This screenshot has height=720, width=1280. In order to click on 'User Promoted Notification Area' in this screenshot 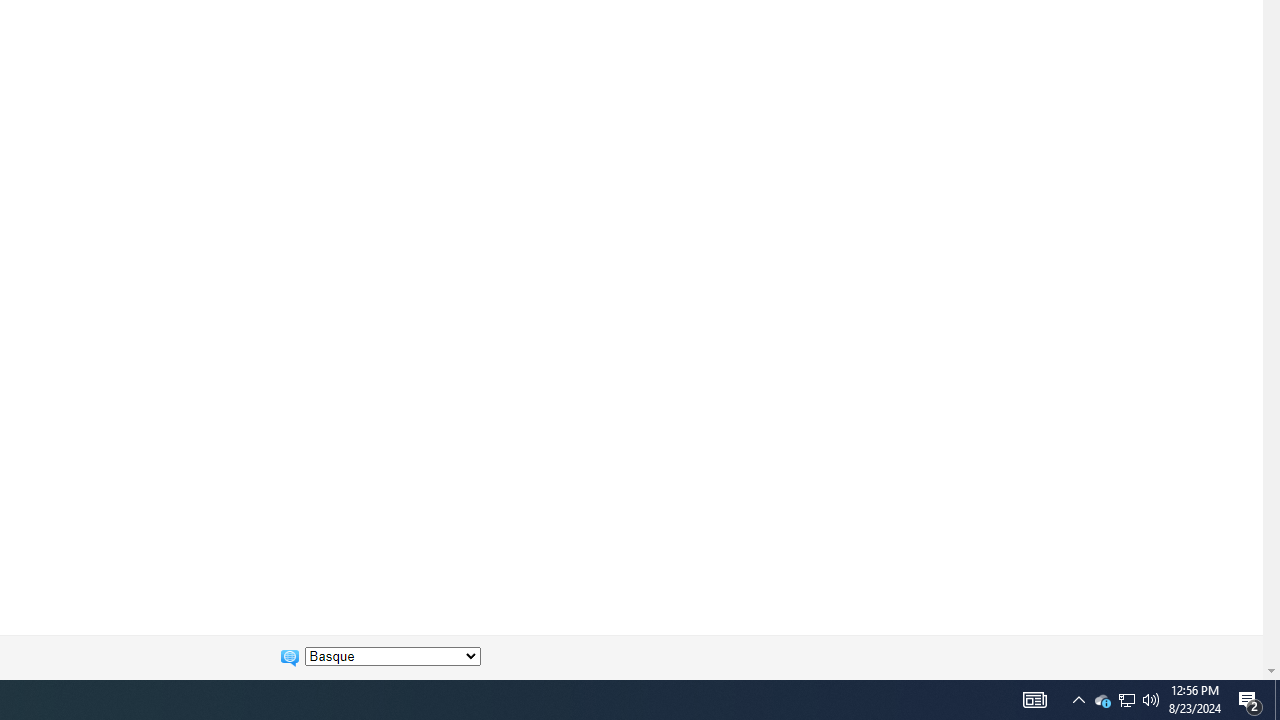, I will do `click(1127, 698)`.